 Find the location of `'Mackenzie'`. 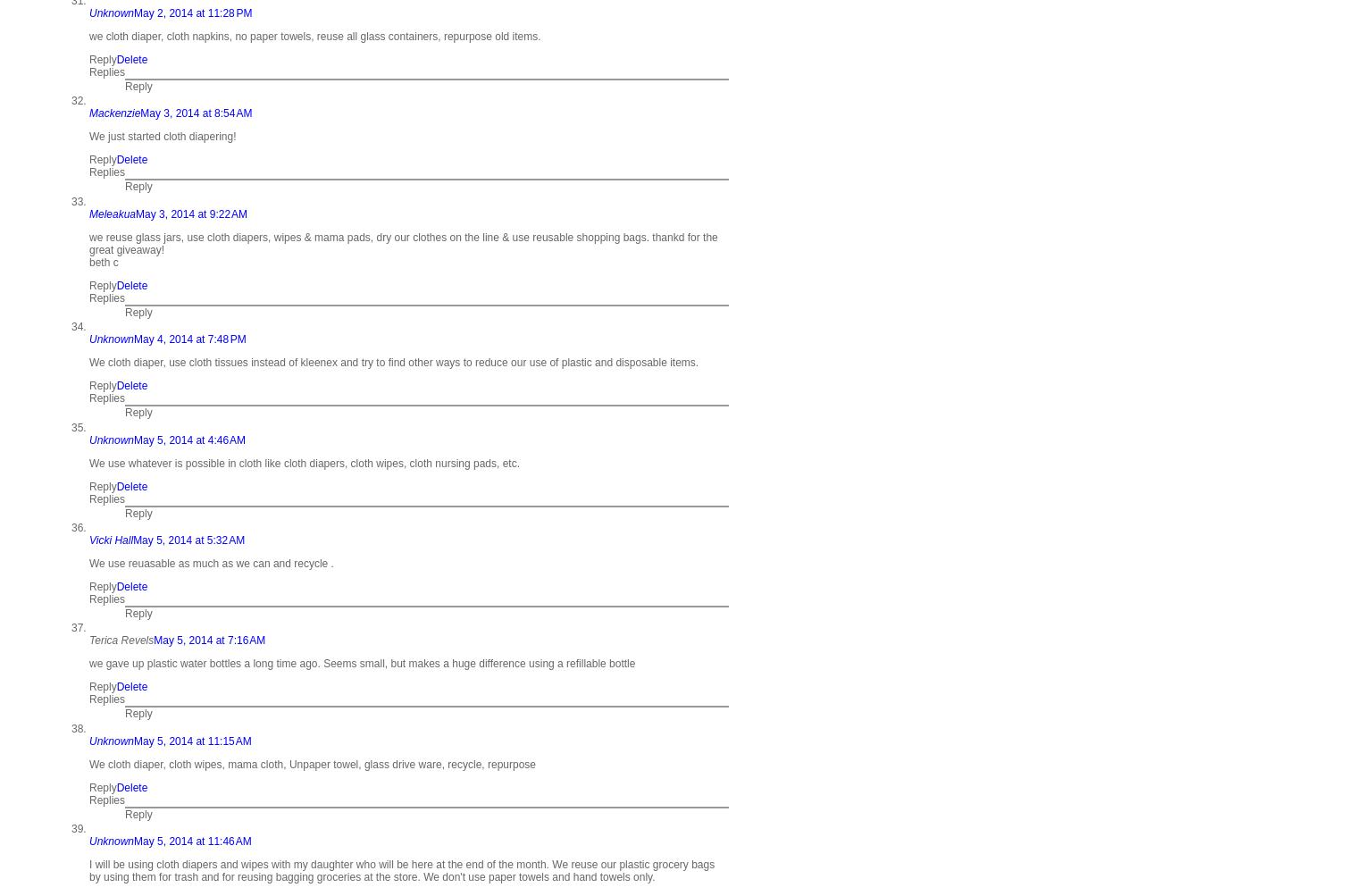

'Mackenzie' is located at coordinates (114, 112).